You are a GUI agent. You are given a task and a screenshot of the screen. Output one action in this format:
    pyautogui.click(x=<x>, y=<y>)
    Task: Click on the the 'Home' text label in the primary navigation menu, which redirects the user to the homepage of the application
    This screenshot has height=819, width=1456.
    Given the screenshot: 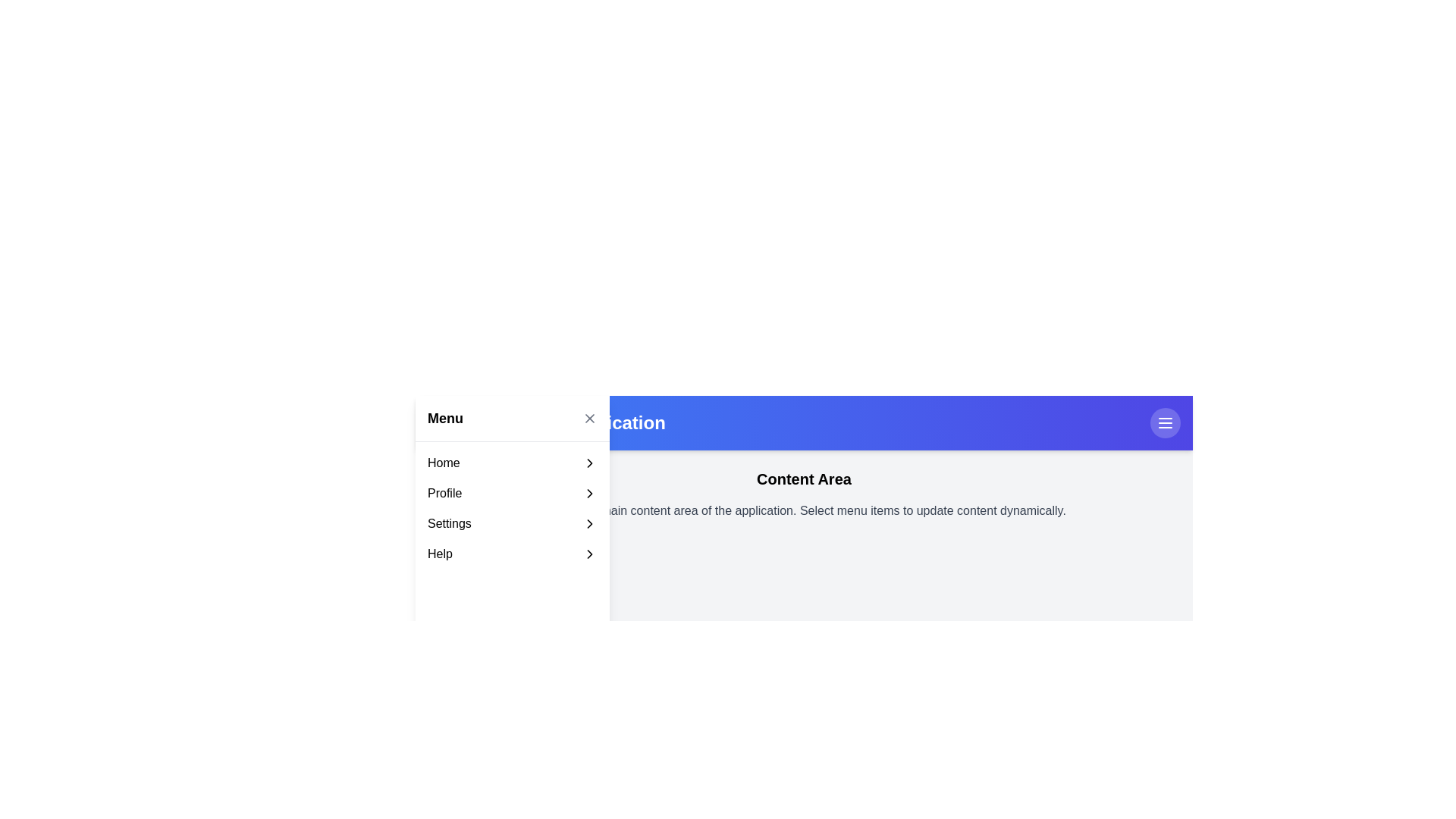 What is the action you would take?
    pyautogui.click(x=443, y=462)
    